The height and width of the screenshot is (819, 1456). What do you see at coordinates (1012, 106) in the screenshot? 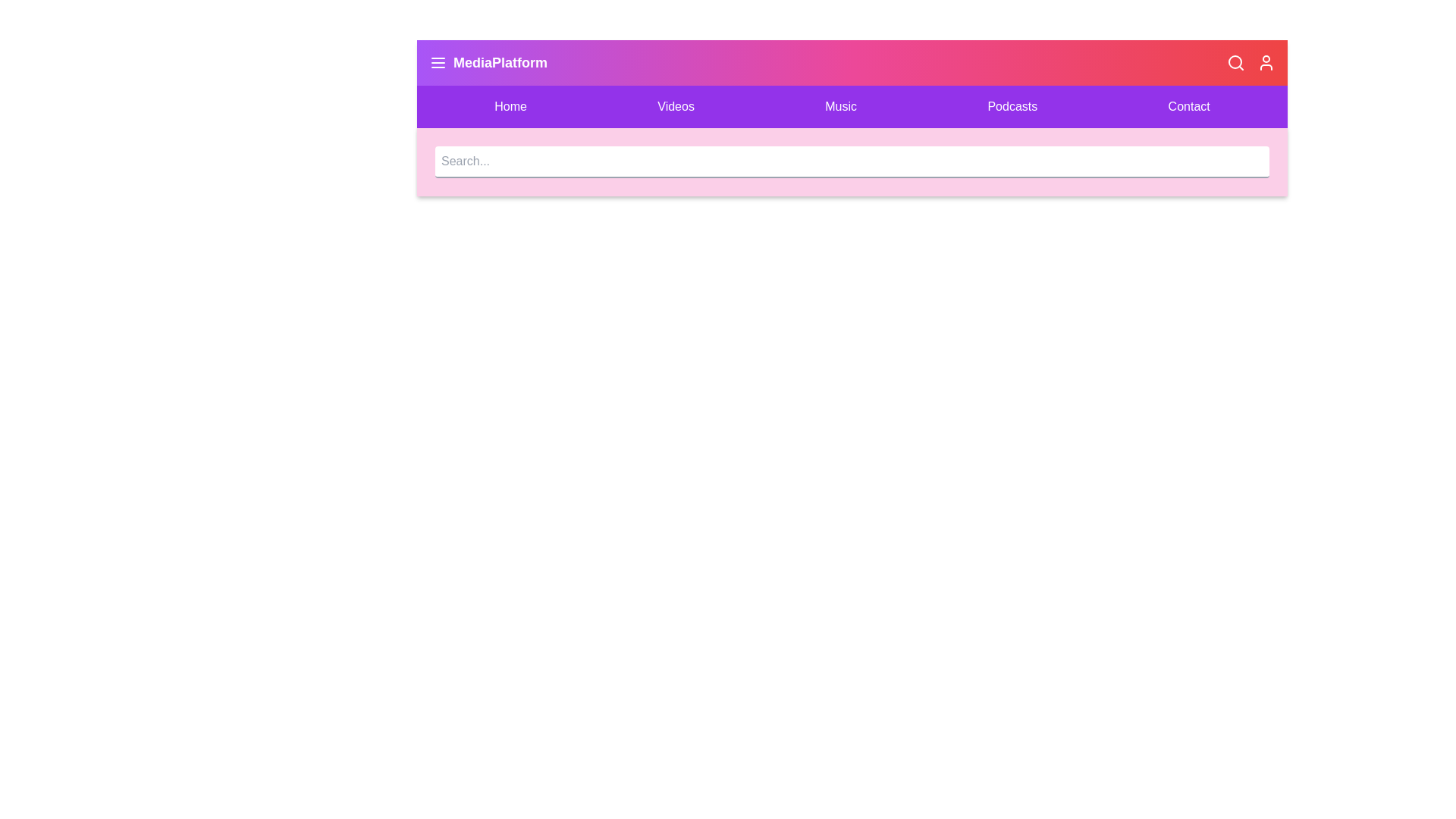
I see `the Podcasts menu item to navigate to the corresponding section` at bounding box center [1012, 106].